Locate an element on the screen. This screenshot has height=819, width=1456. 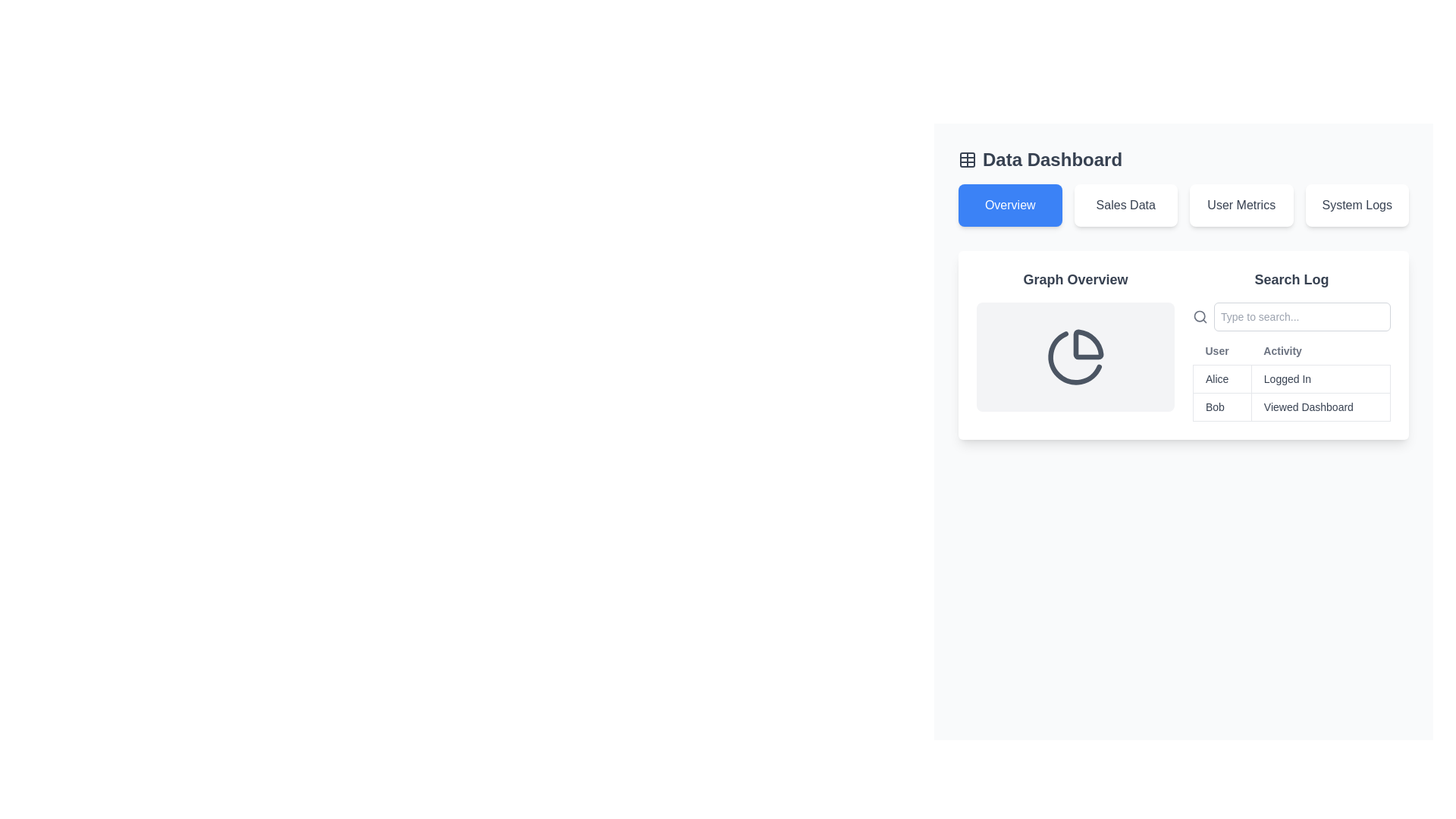
the 'Sales Data' button, which is the second button in a horizontal row of four buttons, located to the right of the 'Overview' button and to the left of the 'User Metrics' button is located at coordinates (1125, 205).